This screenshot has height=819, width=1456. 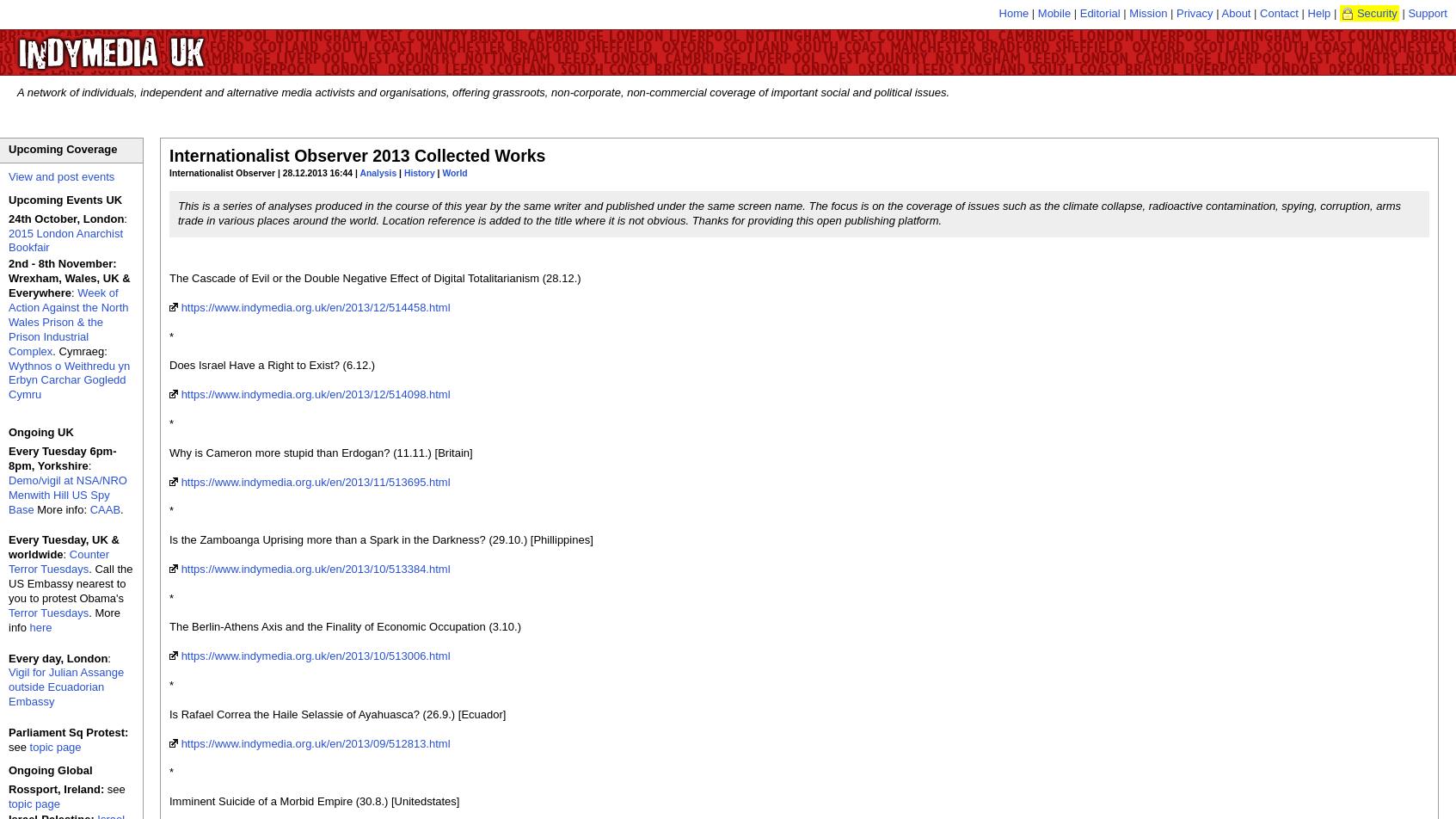 I want to click on 'Terror Tuesdays', so click(x=7, y=612).